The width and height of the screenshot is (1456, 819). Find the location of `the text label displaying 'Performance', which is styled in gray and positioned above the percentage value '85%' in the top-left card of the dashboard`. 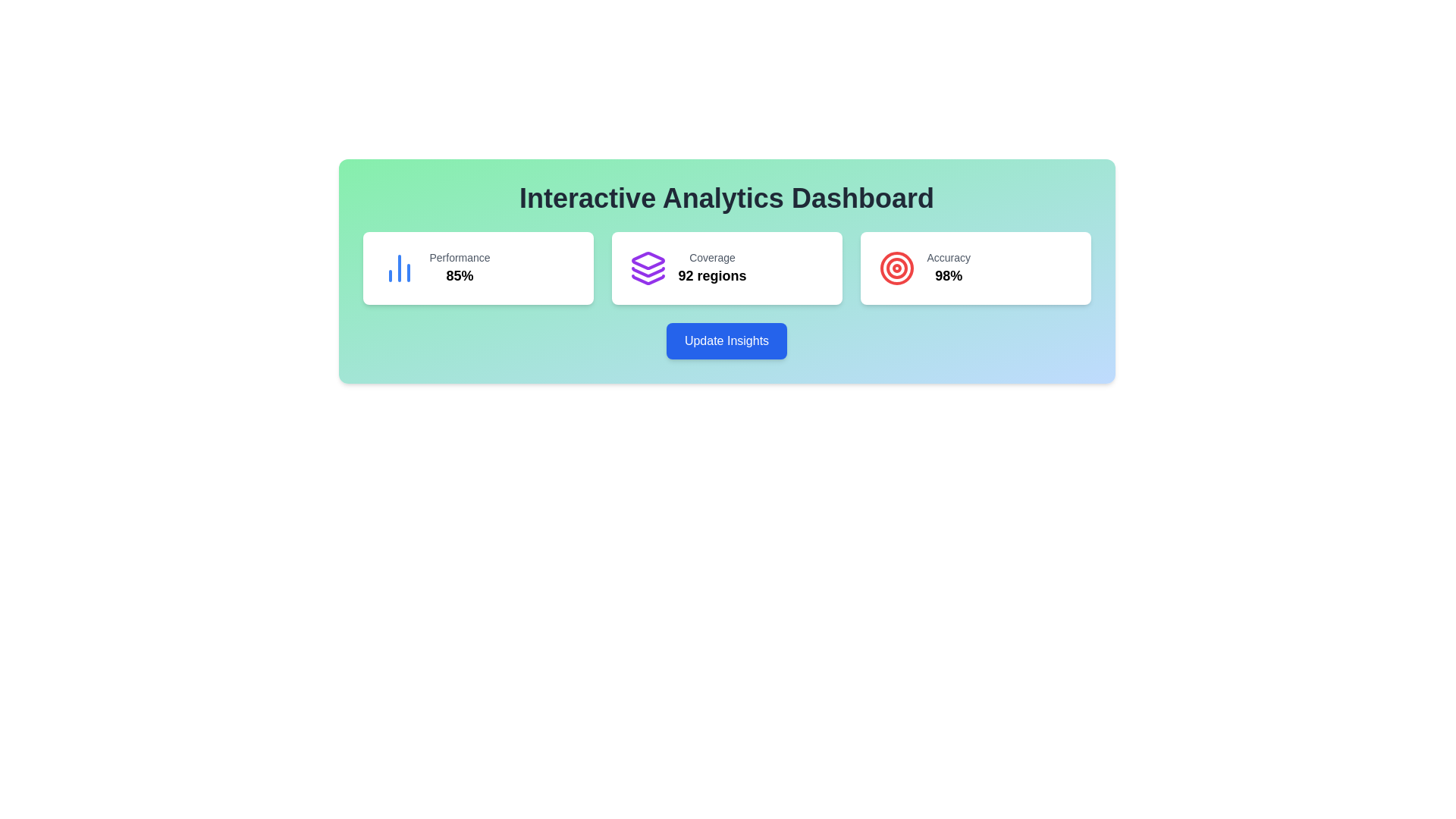

the text label displaying 'Performance', which is styled in gray and positioned above the percentage value '85%' in the top-left card of the dashboard is located at coordinates (459, 256).